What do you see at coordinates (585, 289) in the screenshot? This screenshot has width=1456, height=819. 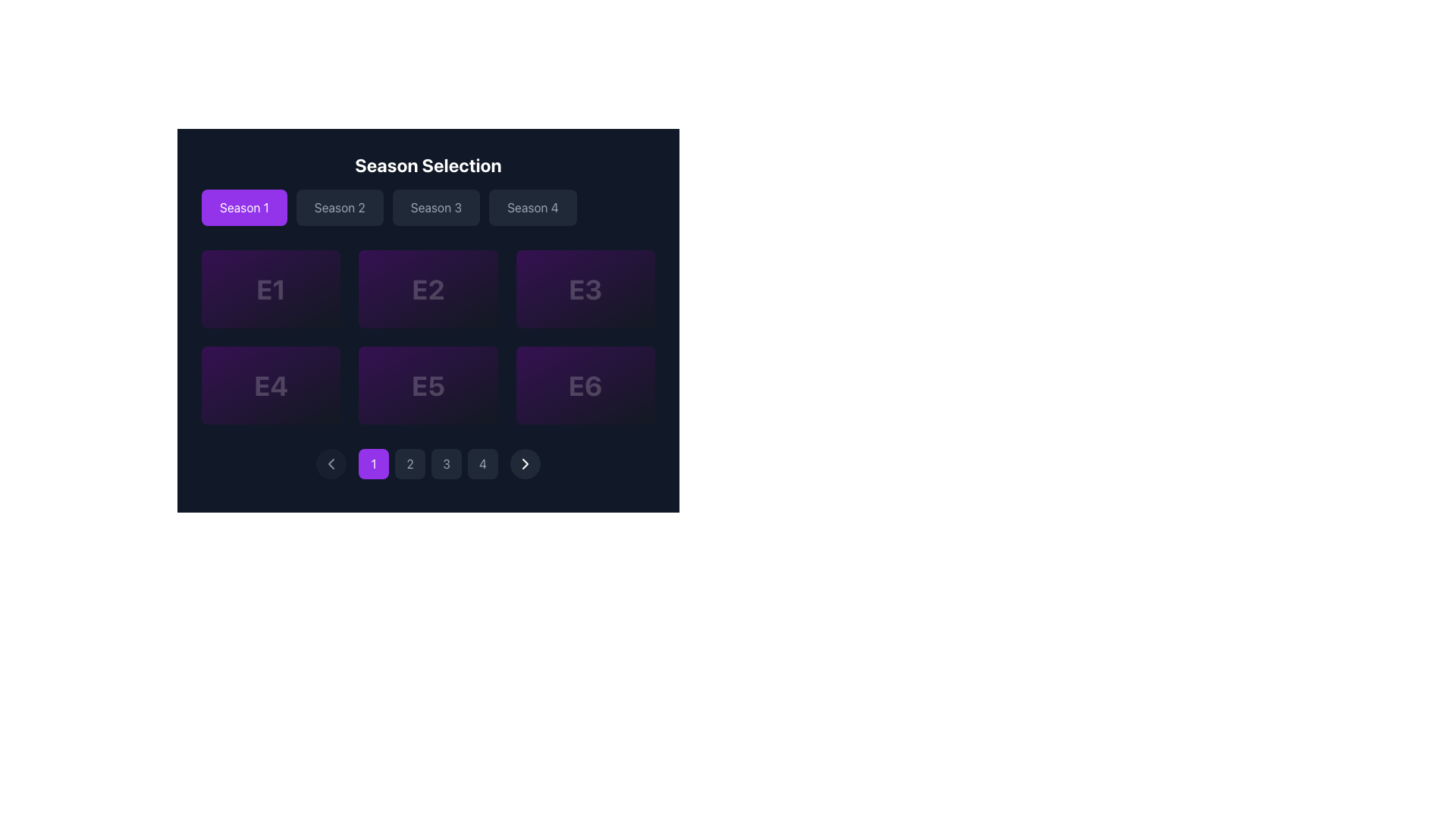 I see `the button labeled 'E3' with a dark purple background for keyboard navigation` at bounding box center [585, 289].